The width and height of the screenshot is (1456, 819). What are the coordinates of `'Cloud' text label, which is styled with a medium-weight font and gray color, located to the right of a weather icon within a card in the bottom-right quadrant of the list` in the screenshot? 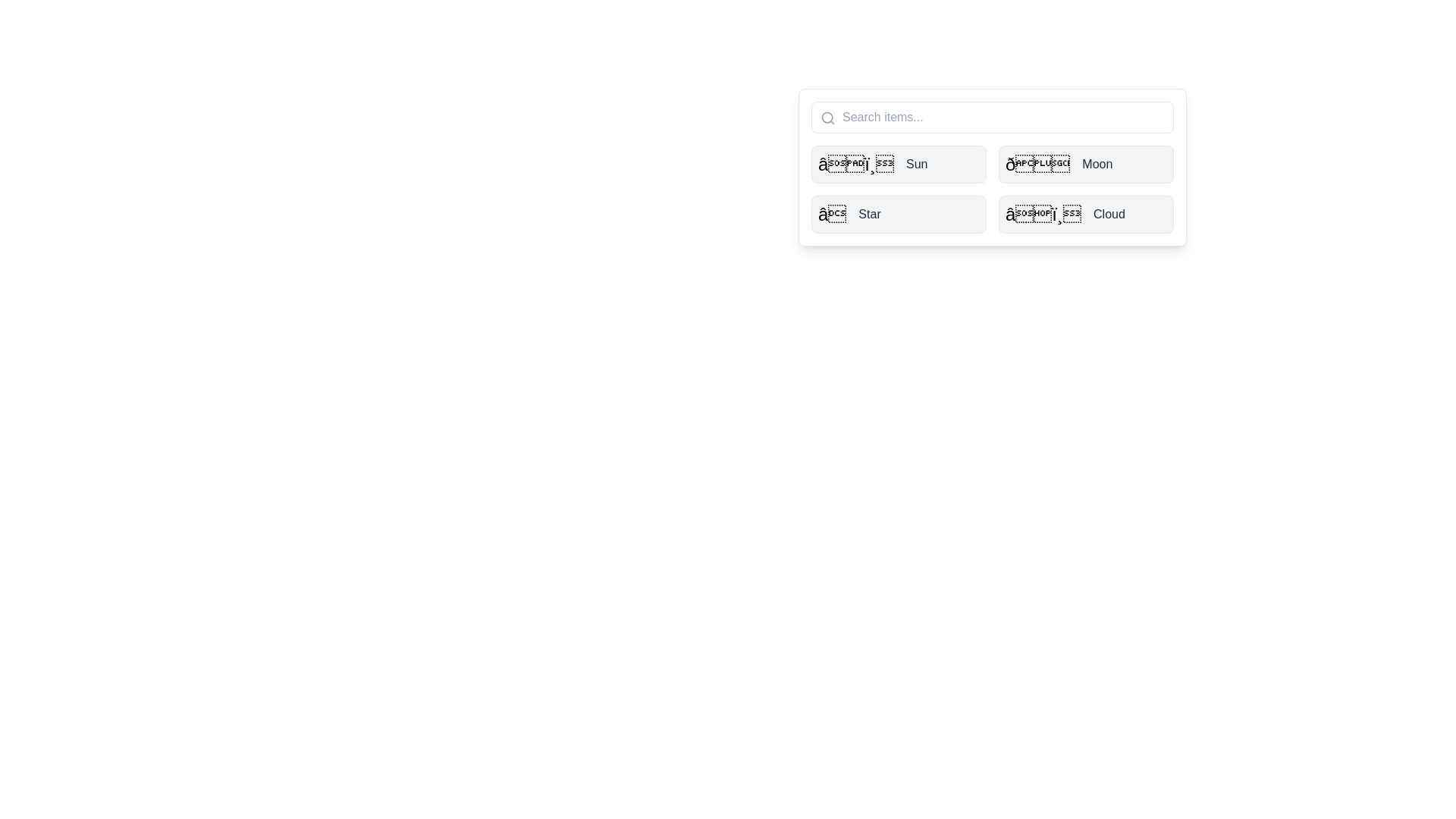 It's located at (1109, 214).